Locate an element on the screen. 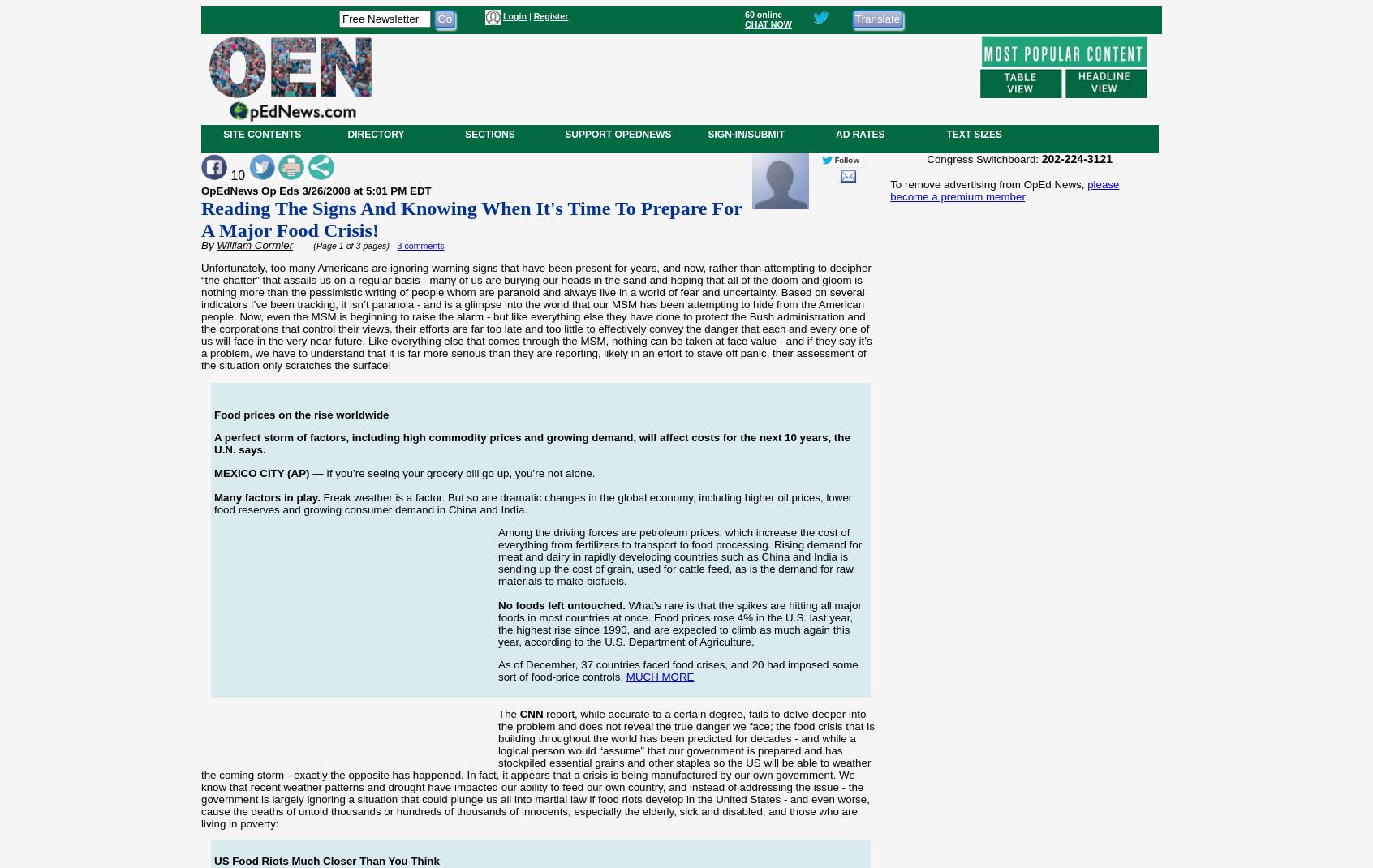  '202-224-3121' is located at coordinates (1075, 157).